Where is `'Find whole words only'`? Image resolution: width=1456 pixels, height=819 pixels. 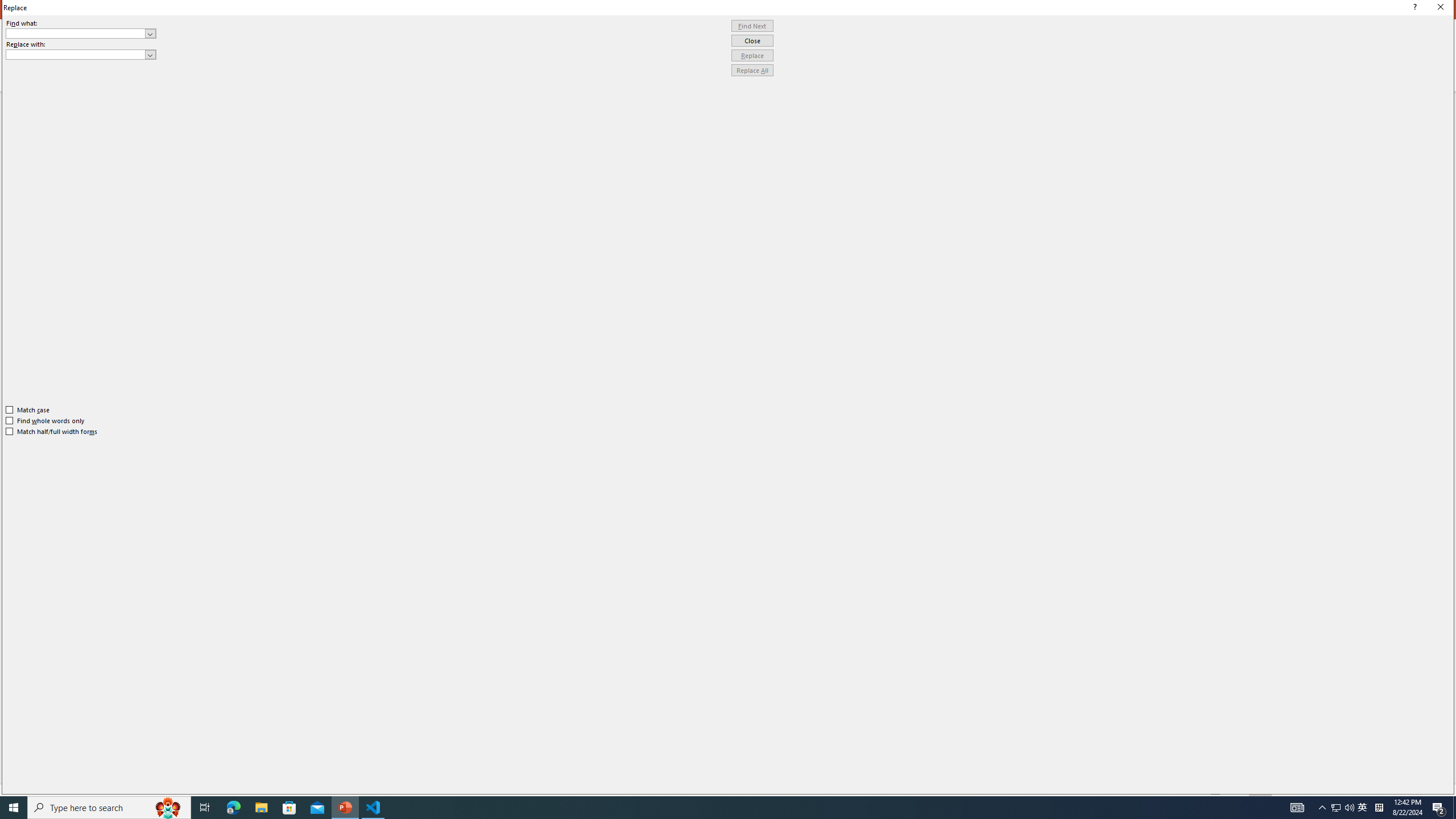
'Find whole words only' is located at coordinates (45, 420).